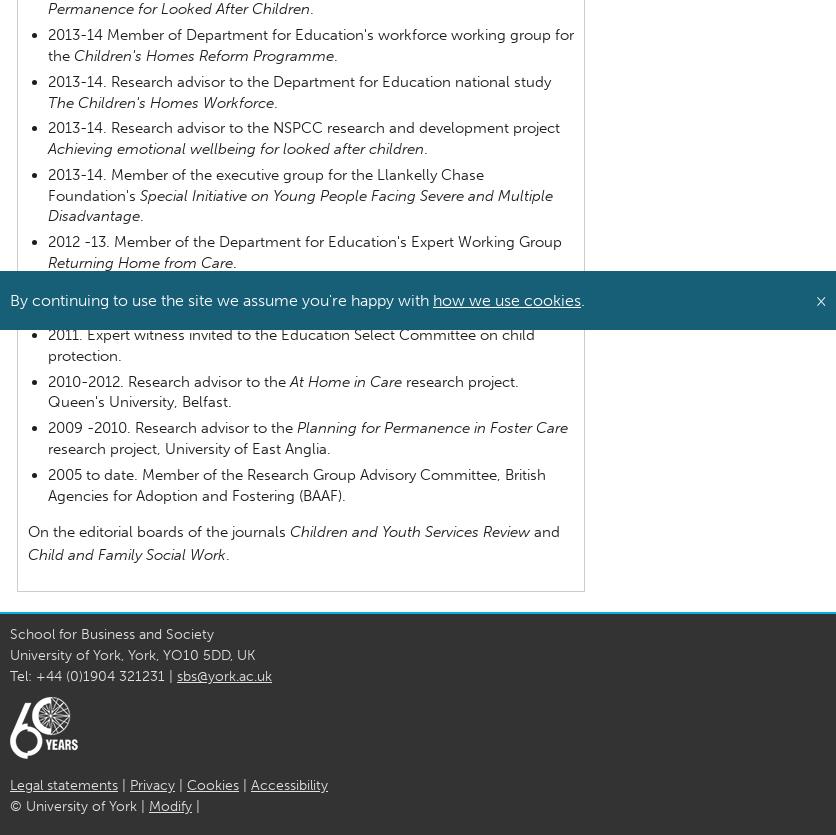 The image size is (836, 835). Describe the element at coordinates (298, 80) in the screenshot. I see `'2013-14. Research advisor to the Department for Education national study'` at that location.